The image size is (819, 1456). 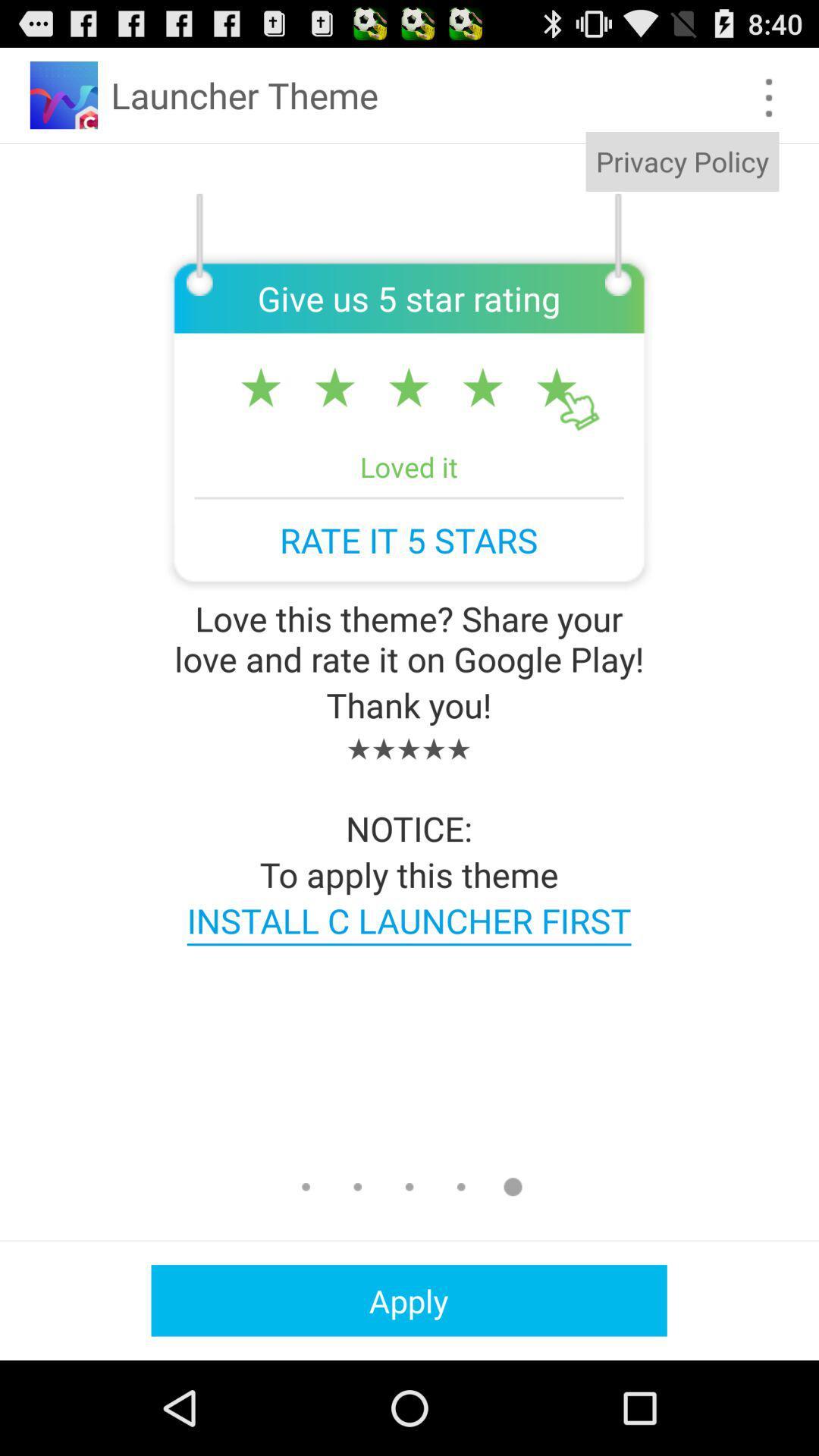 What do you see at coordinates (769, 97) in the screenshot?
I see `more options` at bounding box center [769, 97].